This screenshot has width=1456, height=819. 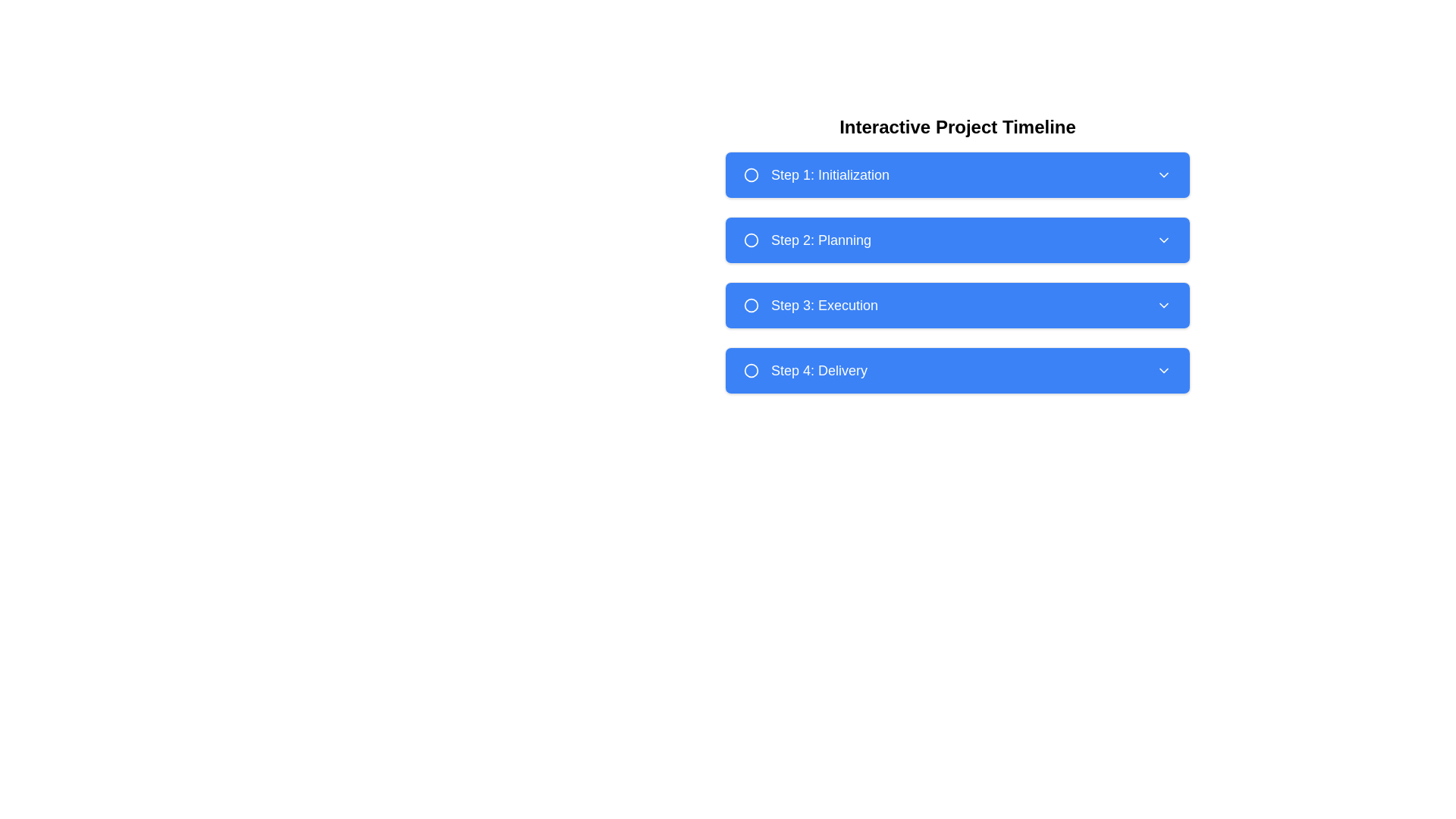 I want to click on the collapsible button for 'Step 2: Planning', so click(x=956, y=239).